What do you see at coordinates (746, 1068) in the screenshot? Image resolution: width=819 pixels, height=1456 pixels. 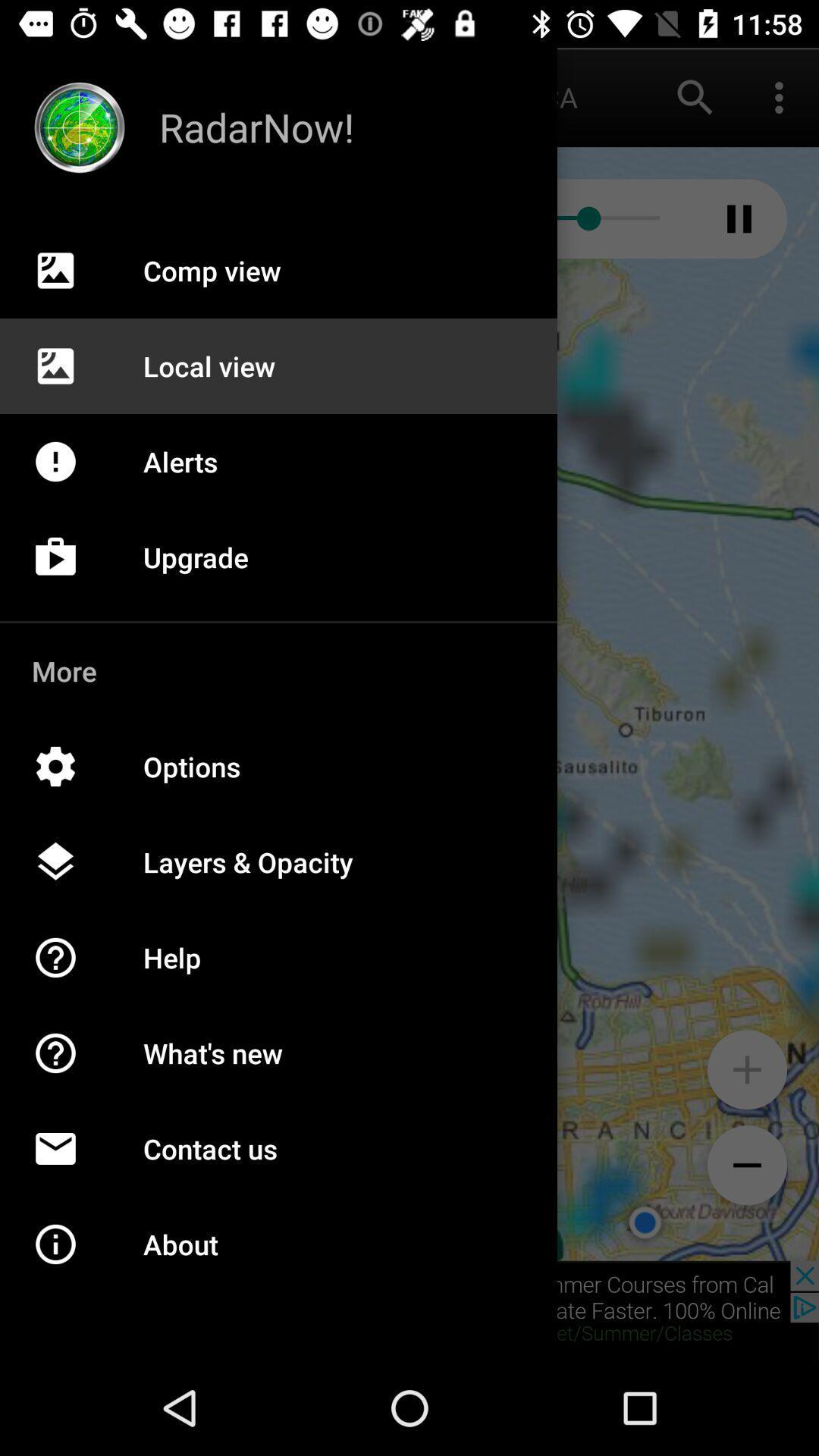 I see `the add icon` at bounding box center [746, 1068].